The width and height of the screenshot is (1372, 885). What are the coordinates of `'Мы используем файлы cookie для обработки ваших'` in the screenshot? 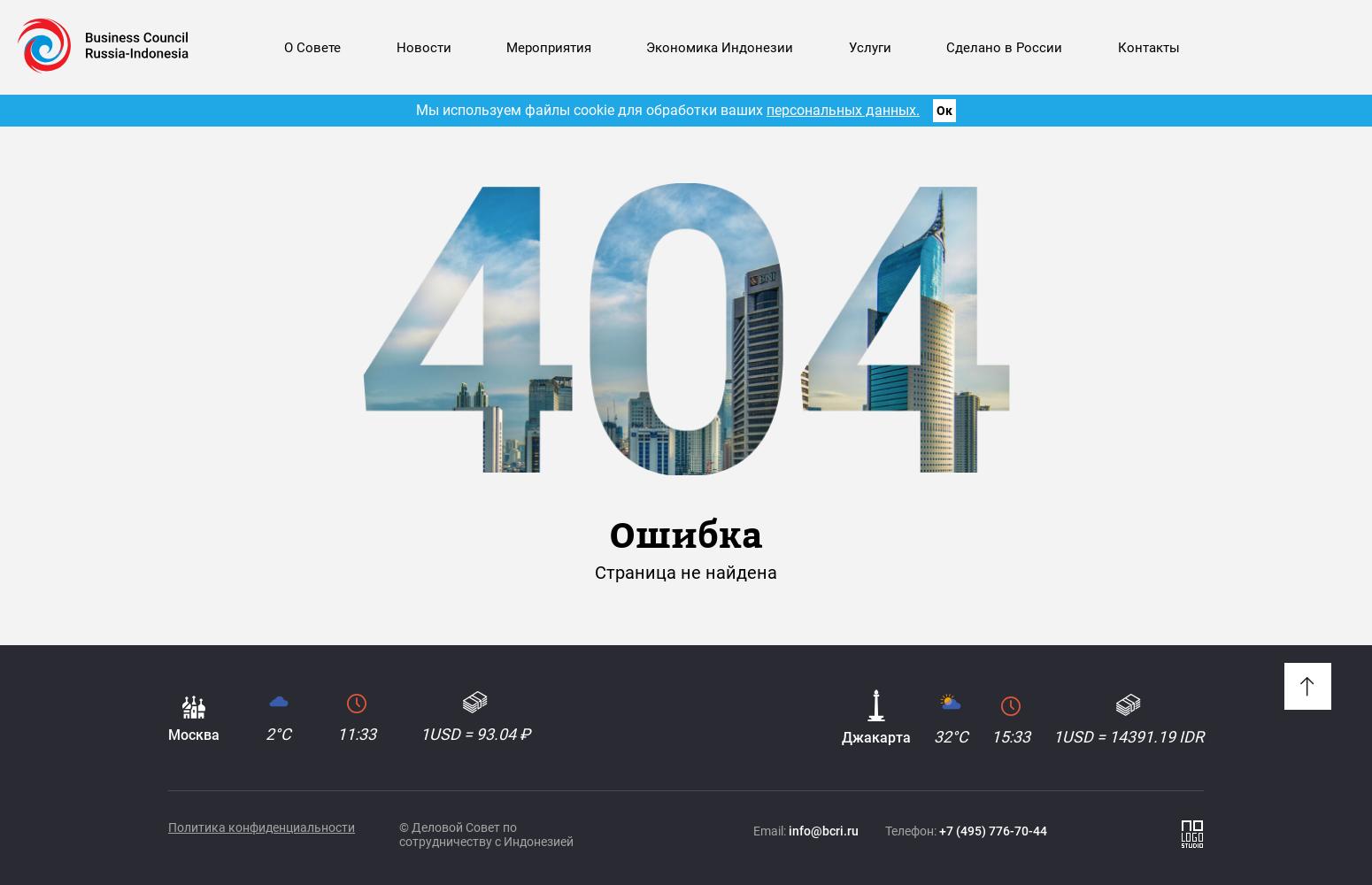 It's located at (590, 109).